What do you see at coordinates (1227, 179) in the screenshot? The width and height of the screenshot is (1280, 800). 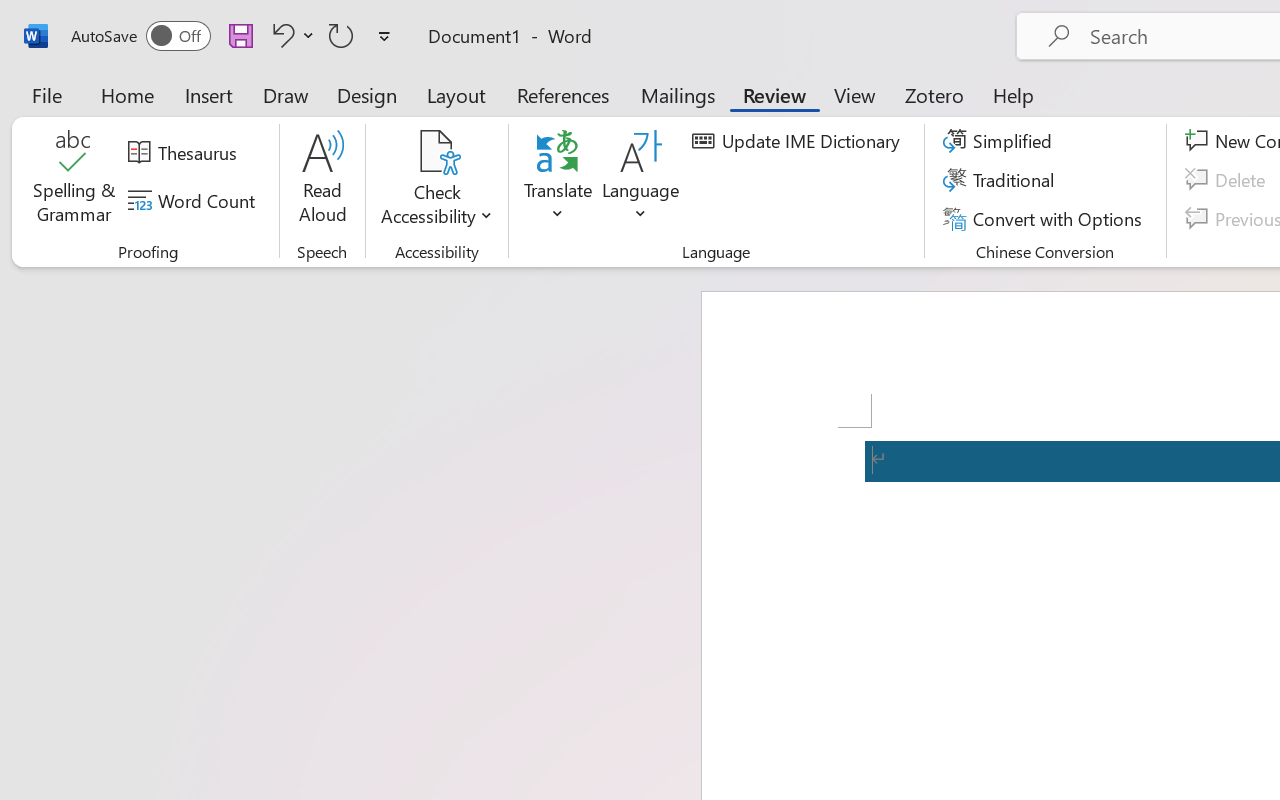 I see `'Delete'` at bounding box center [1227, 179].